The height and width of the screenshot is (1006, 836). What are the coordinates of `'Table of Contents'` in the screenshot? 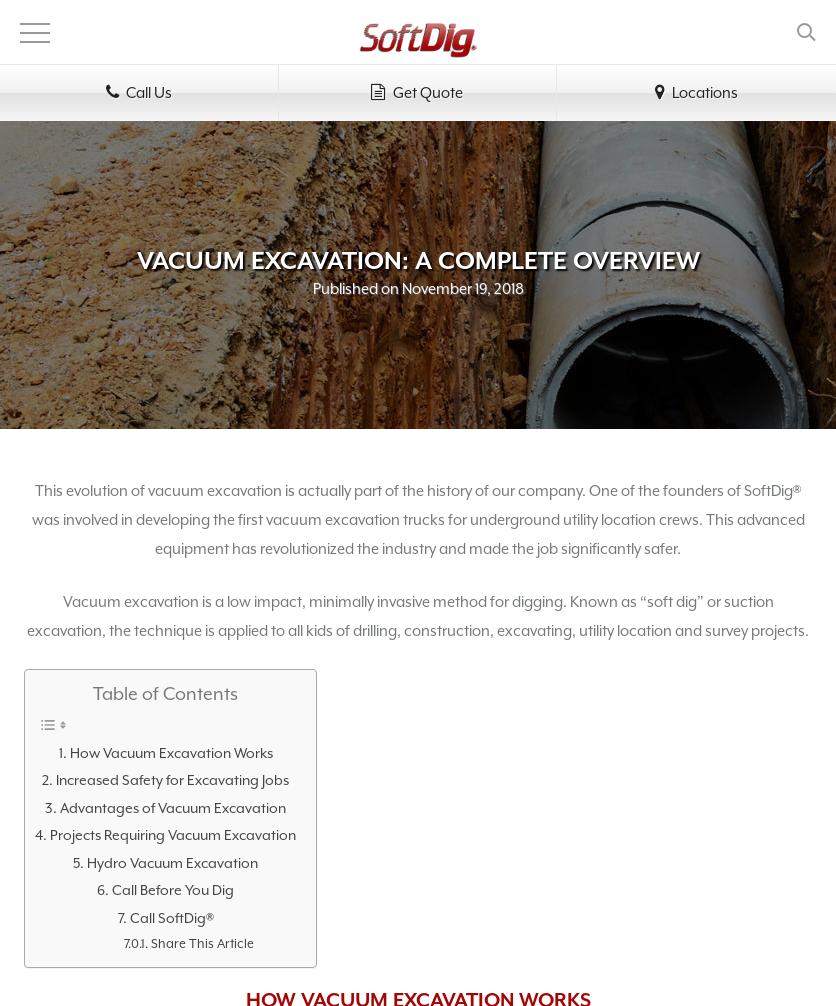 It's located at (164, 694).